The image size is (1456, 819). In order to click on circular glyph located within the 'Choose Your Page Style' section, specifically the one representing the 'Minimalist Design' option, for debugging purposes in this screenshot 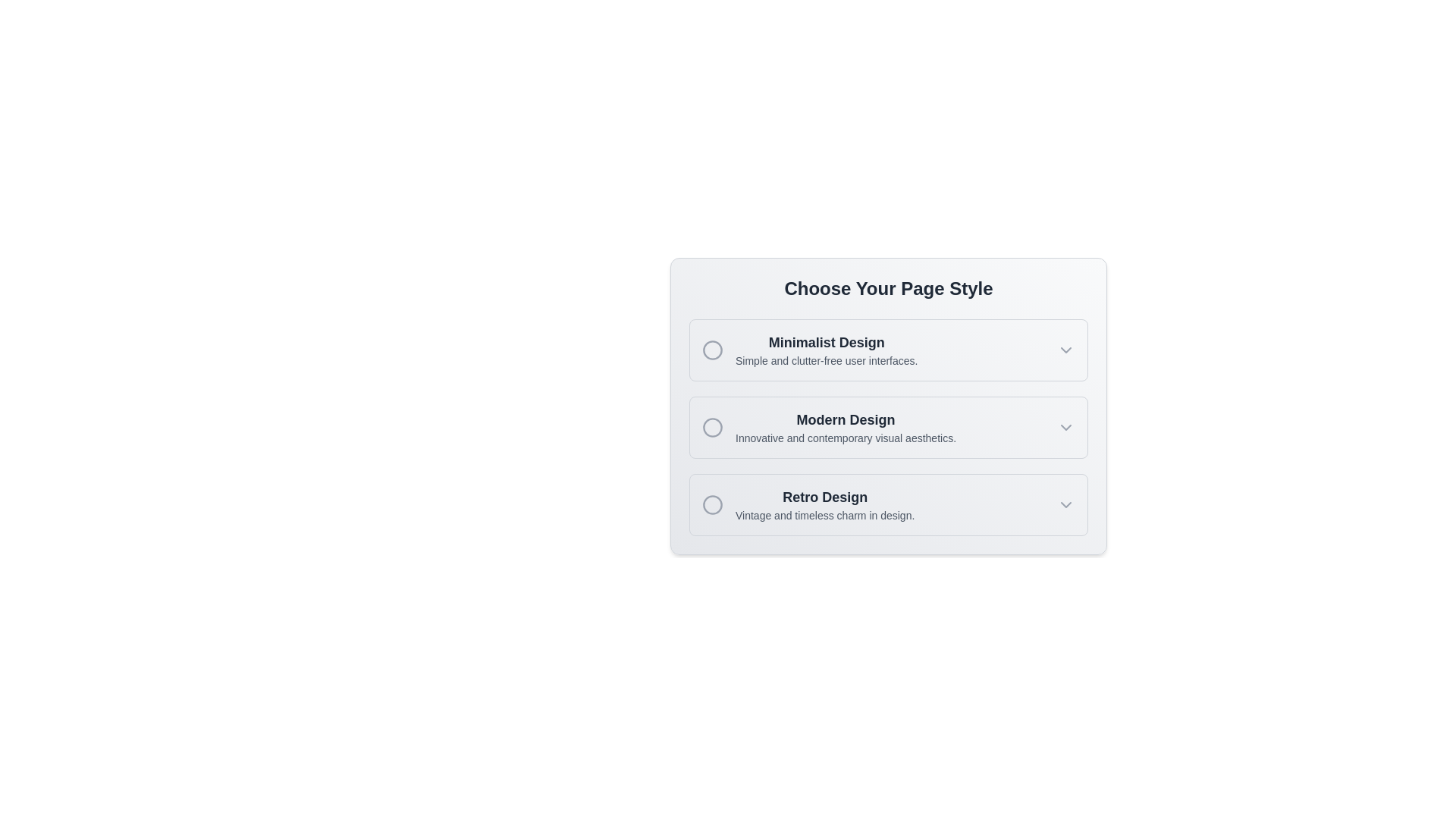, I will do `click(712, 350)`.